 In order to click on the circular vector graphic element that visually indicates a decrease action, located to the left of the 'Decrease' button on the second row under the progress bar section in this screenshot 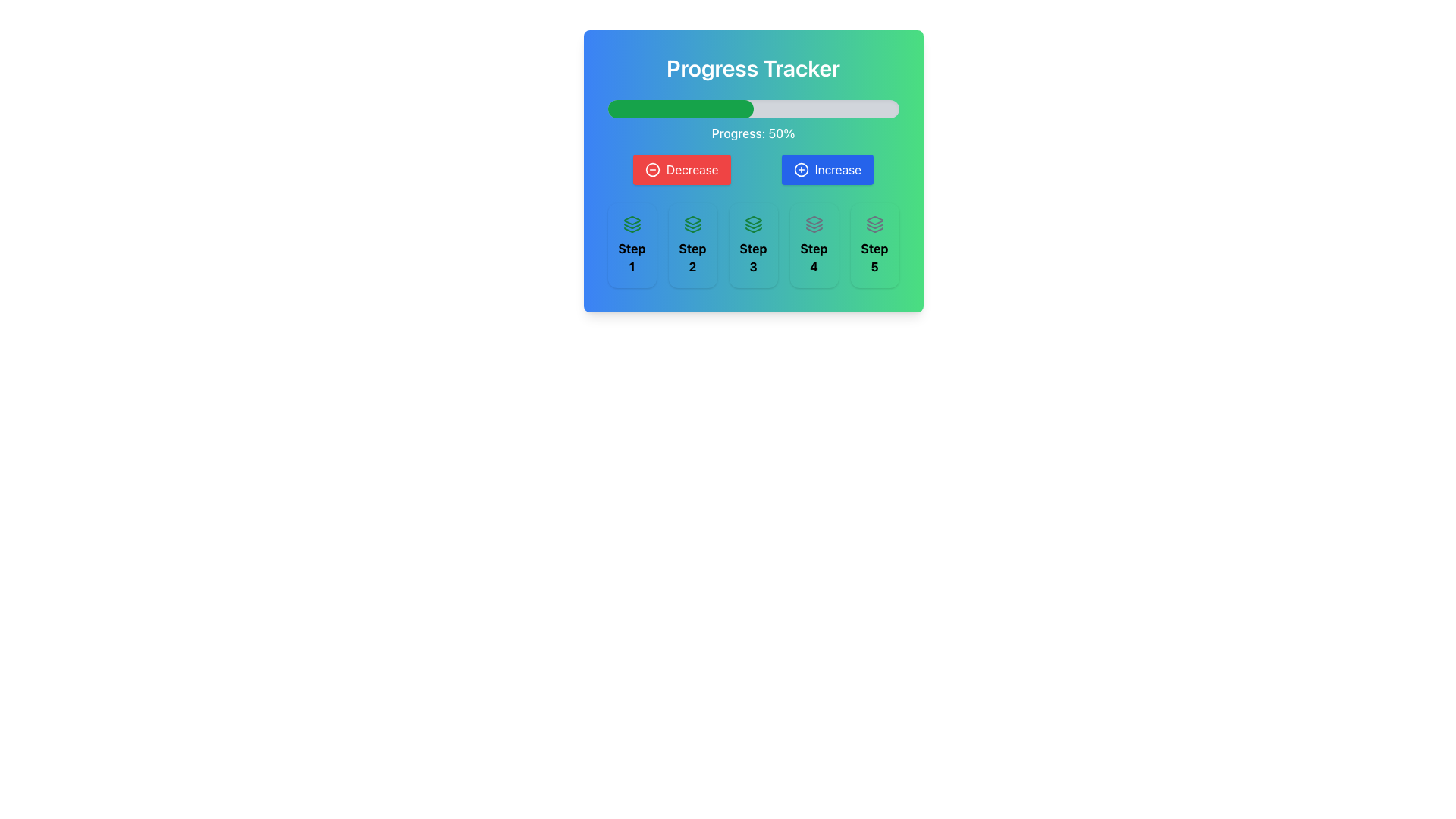, I will do `click(652, 169)`.